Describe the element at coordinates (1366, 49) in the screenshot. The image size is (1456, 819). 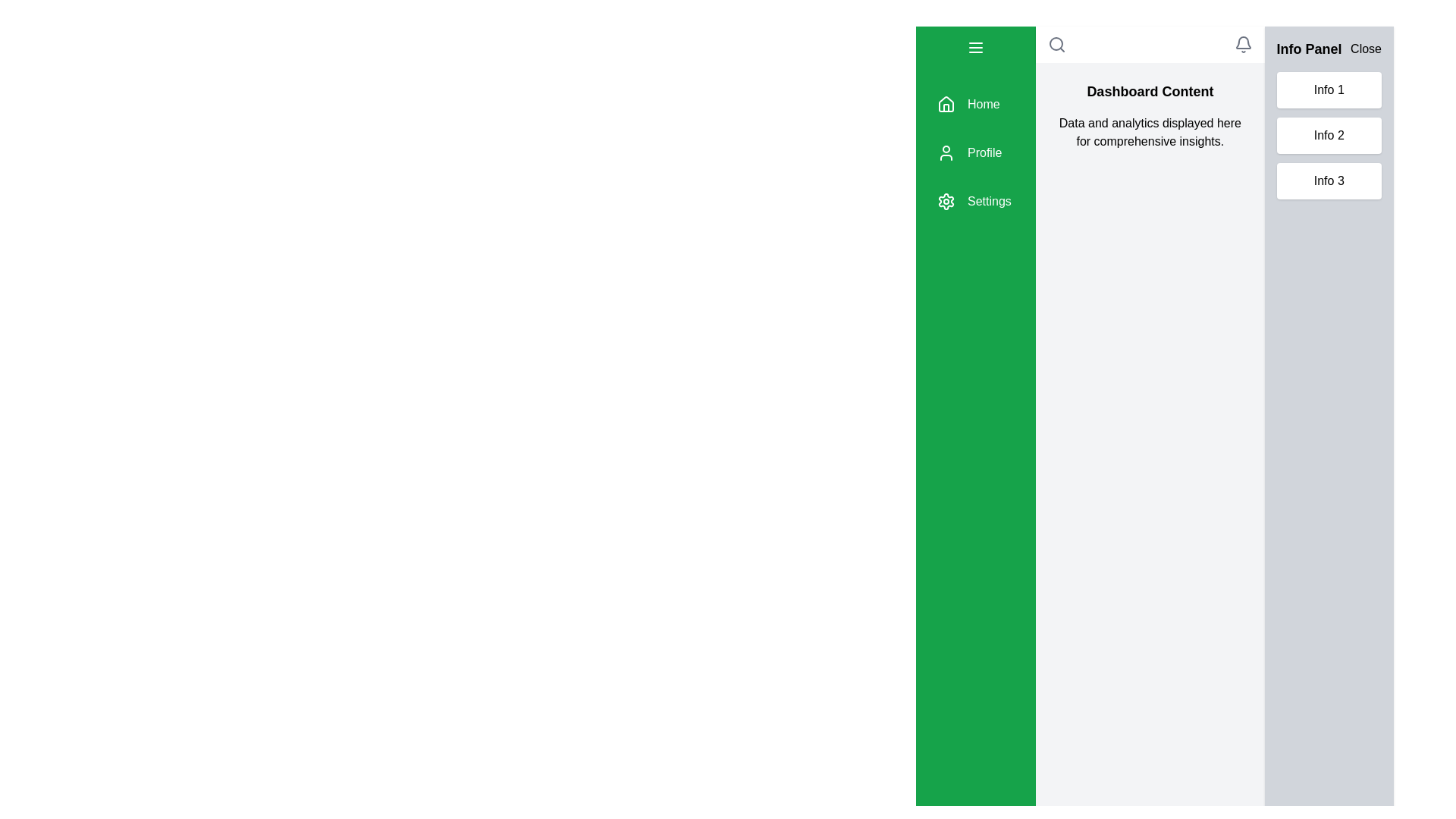
I see `the 'Close' button located in the top-right corner of the 'Info Panel'` at that location.